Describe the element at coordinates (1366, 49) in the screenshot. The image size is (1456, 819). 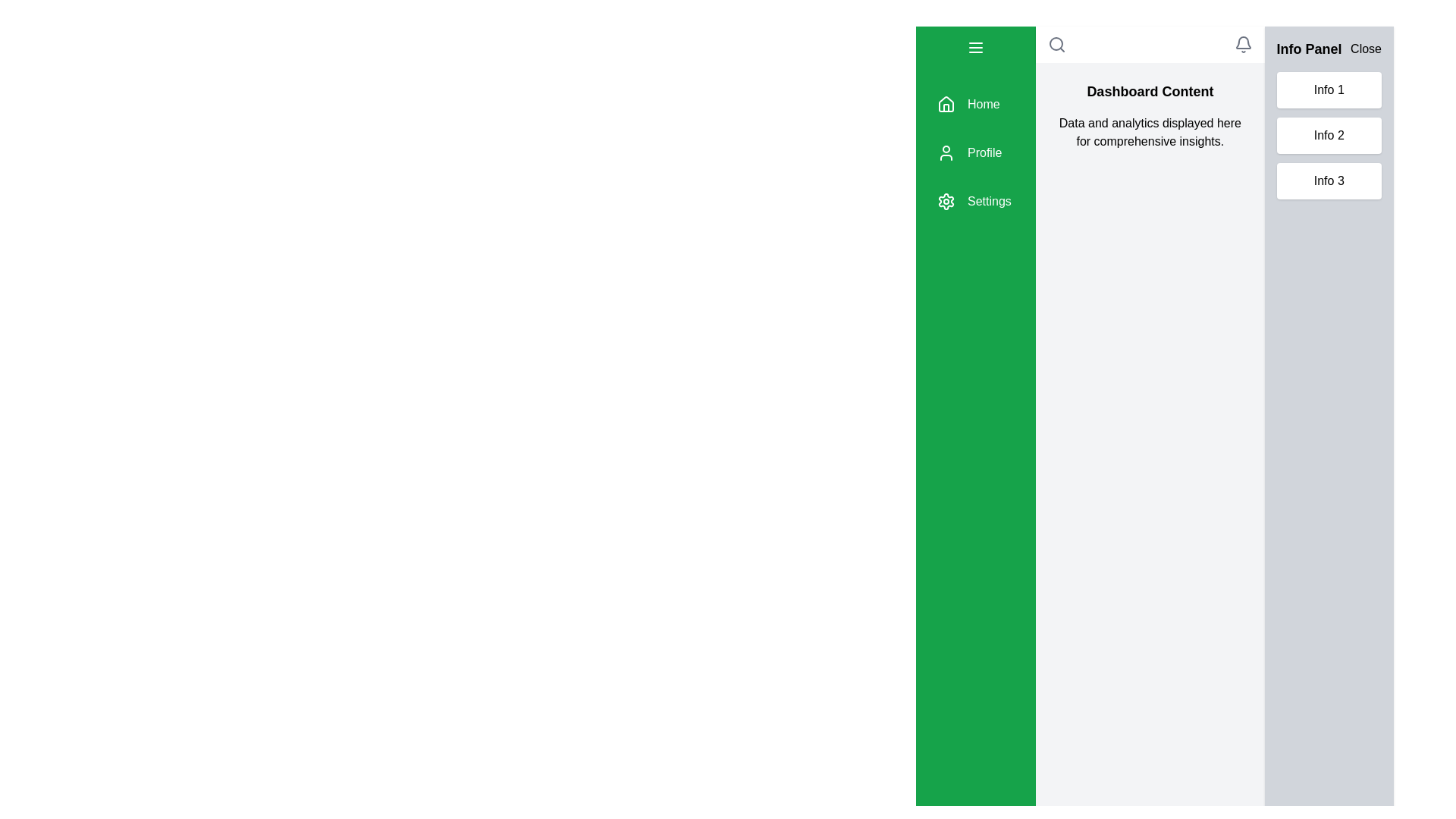
I see `the 'Close' button located in the top-right corner of the 'Info Panel'` at that location.